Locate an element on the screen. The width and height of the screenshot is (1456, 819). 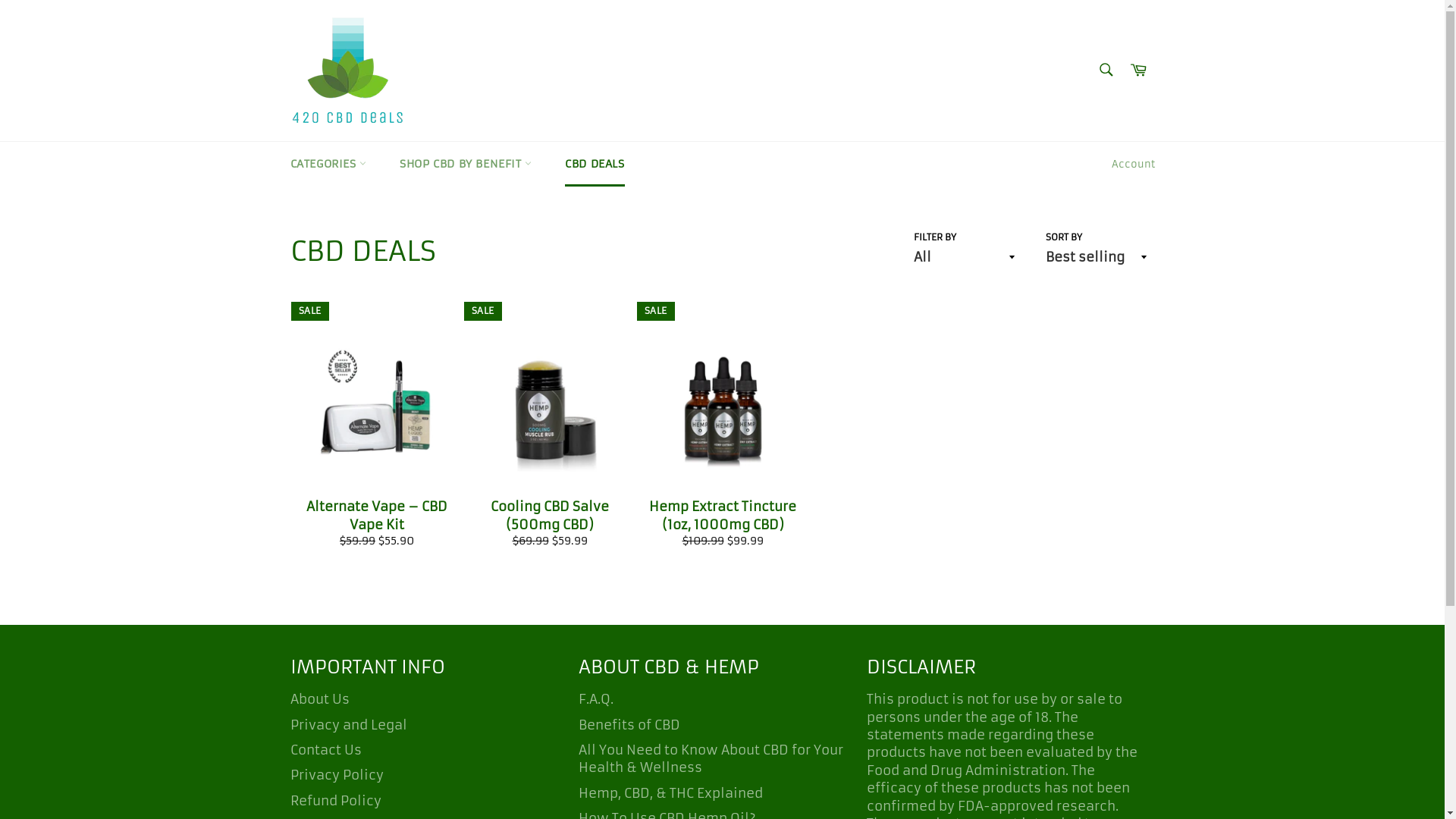
'Cart' is located at coordinates (1138, 70).